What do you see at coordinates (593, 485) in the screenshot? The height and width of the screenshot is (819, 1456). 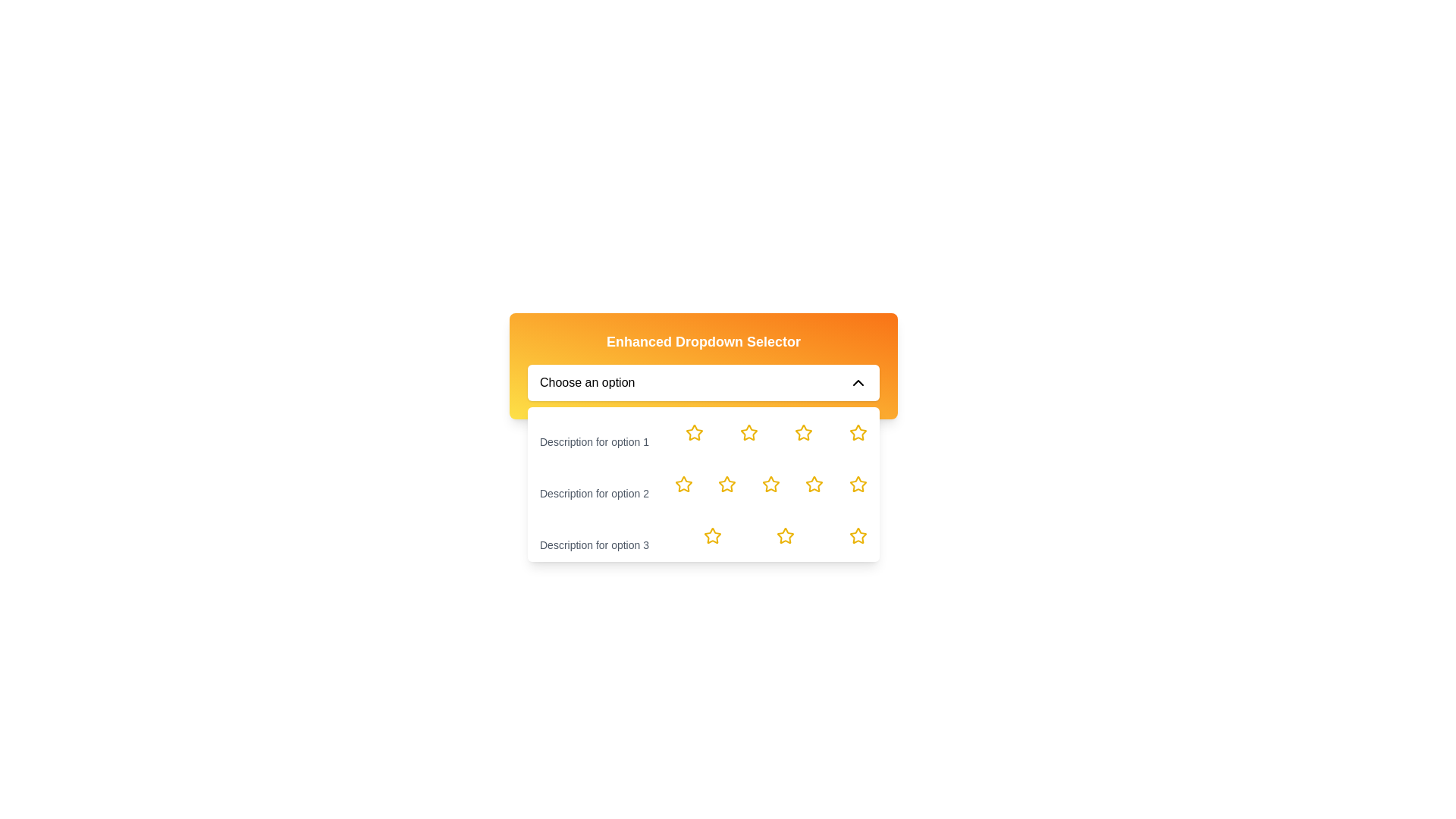 I see `text label providing additional context for 'Option 2' in the dropdown menu, which is centrally positioned under the second option` at bounding box center [593, 485].